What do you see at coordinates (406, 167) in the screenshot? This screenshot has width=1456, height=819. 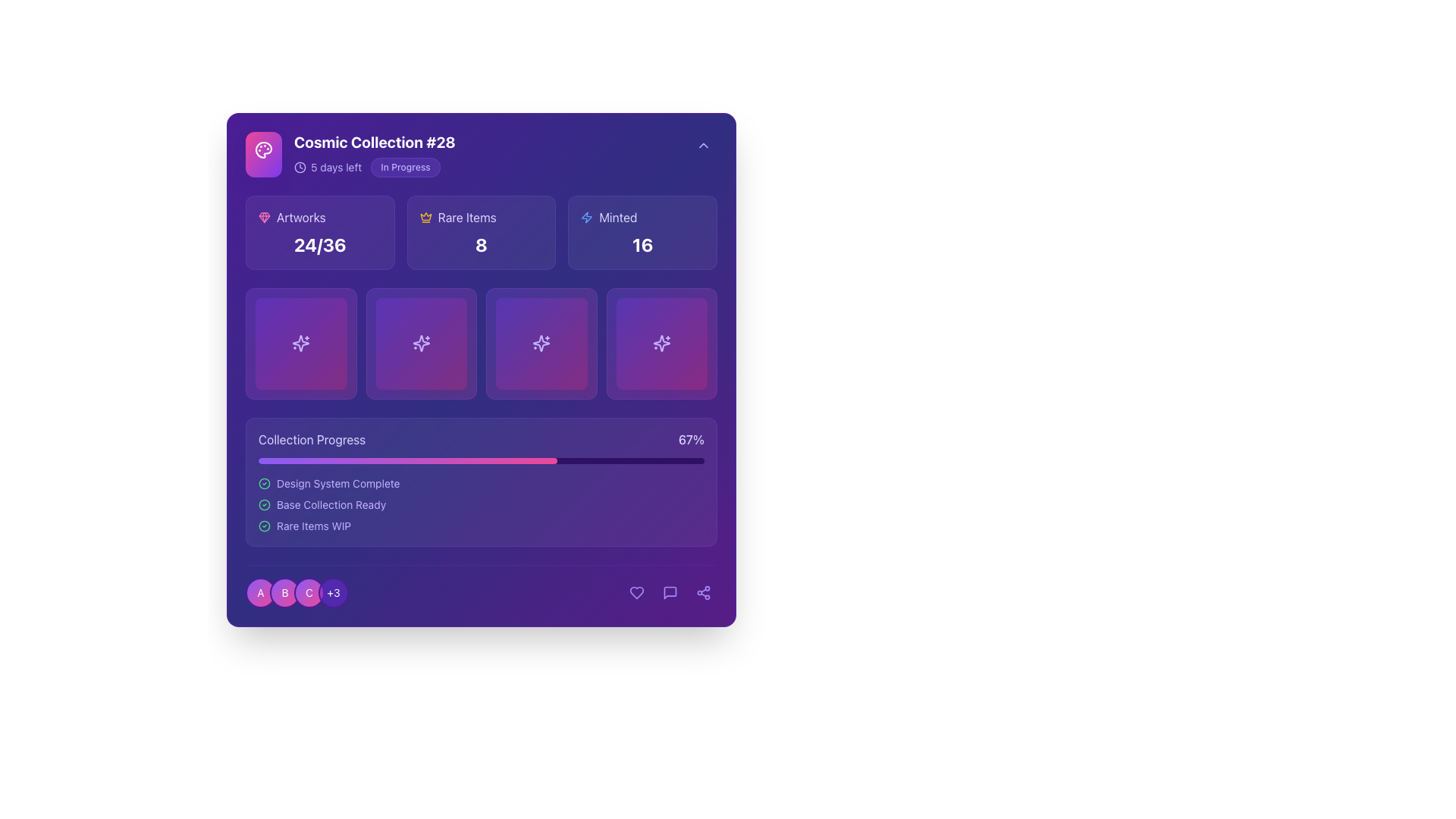 I see `the pill-shaped label with the text 'In Progress', which is violet and located near the header section, to the right of '5 days left'` at bounding box center [406, 167].